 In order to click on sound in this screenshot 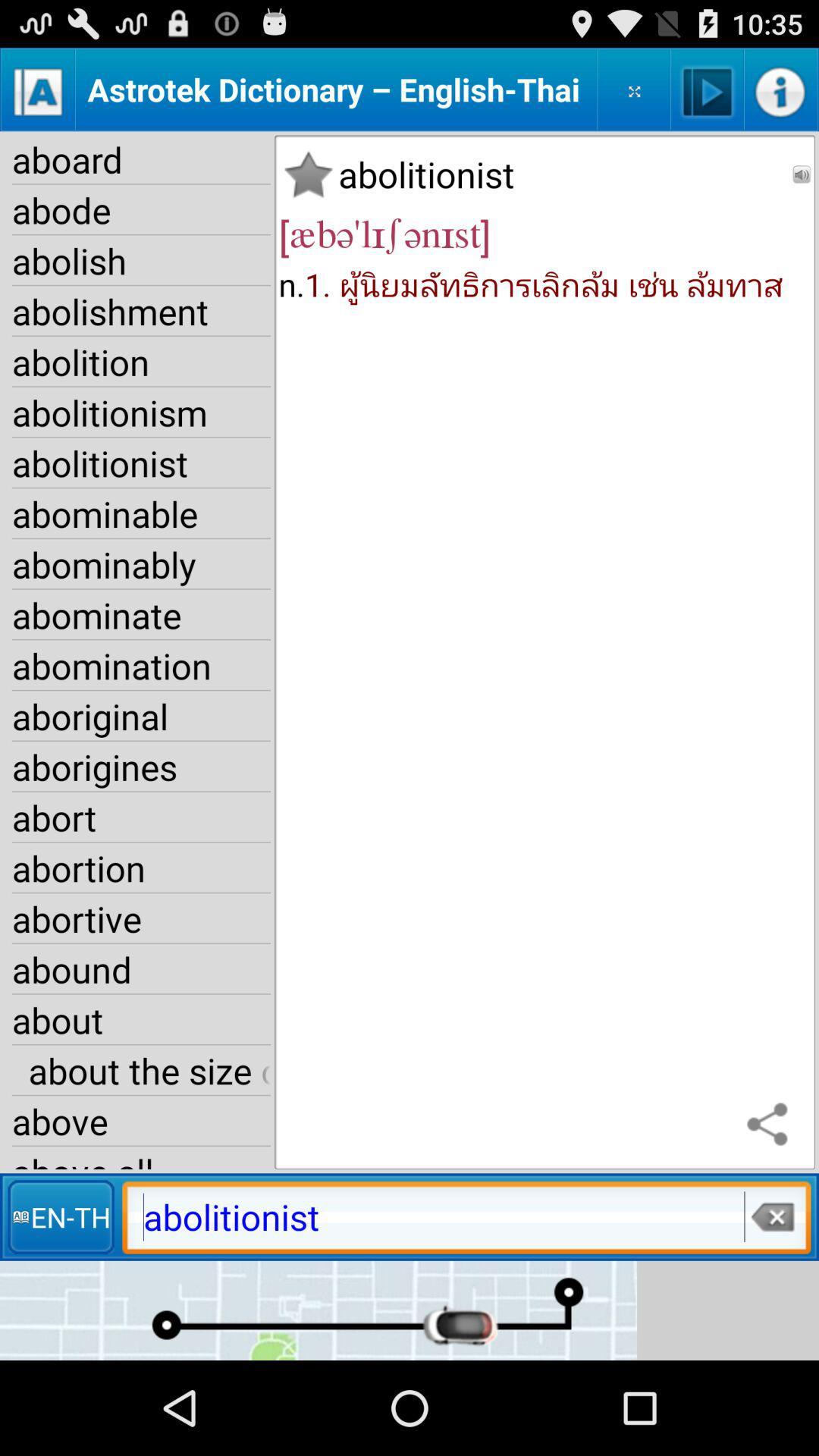, I will do `click(801, 174)`.